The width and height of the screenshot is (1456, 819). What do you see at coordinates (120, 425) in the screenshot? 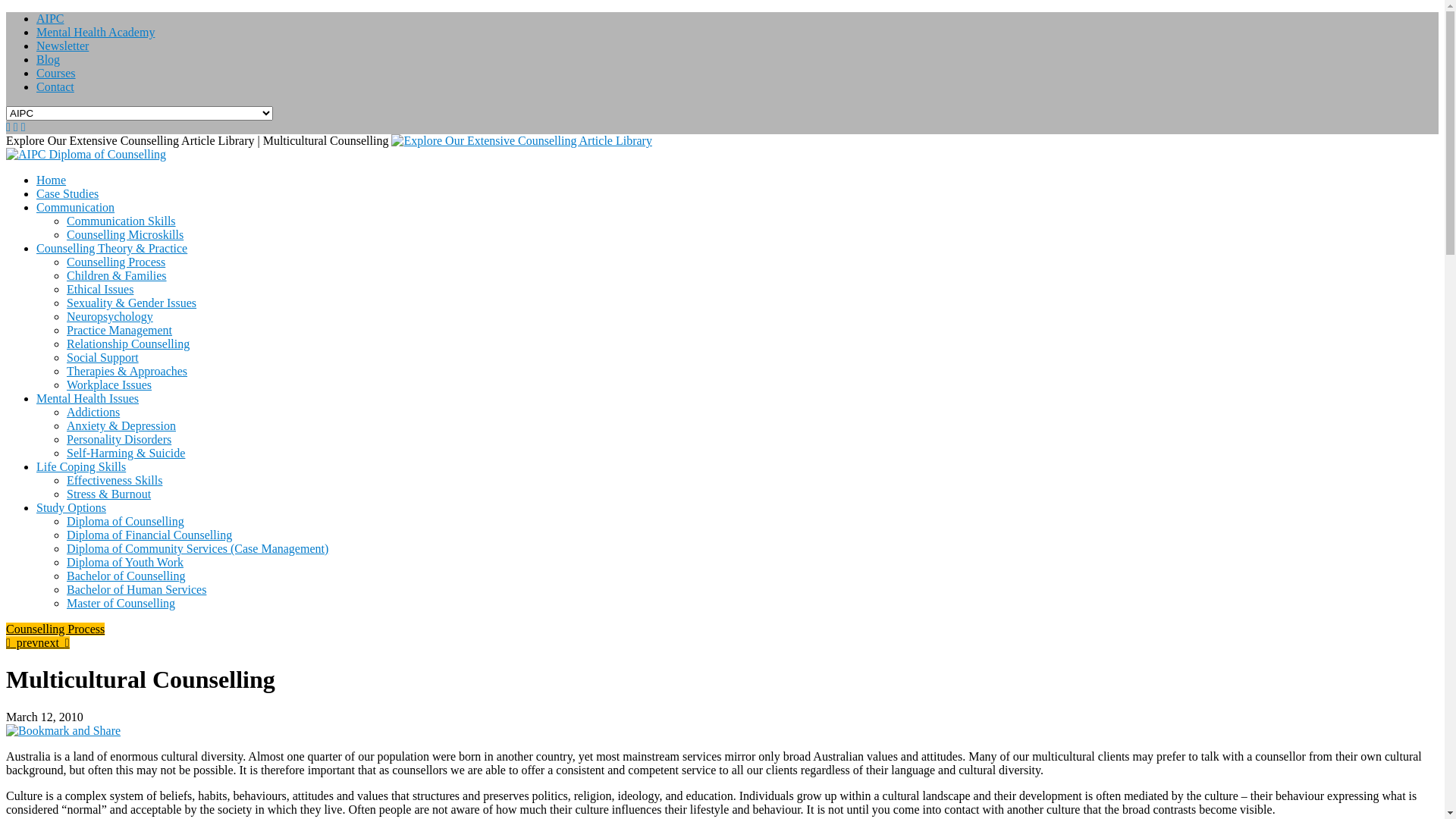
I see `'Anxiety & Depression'` at bounding box center [120, 425].